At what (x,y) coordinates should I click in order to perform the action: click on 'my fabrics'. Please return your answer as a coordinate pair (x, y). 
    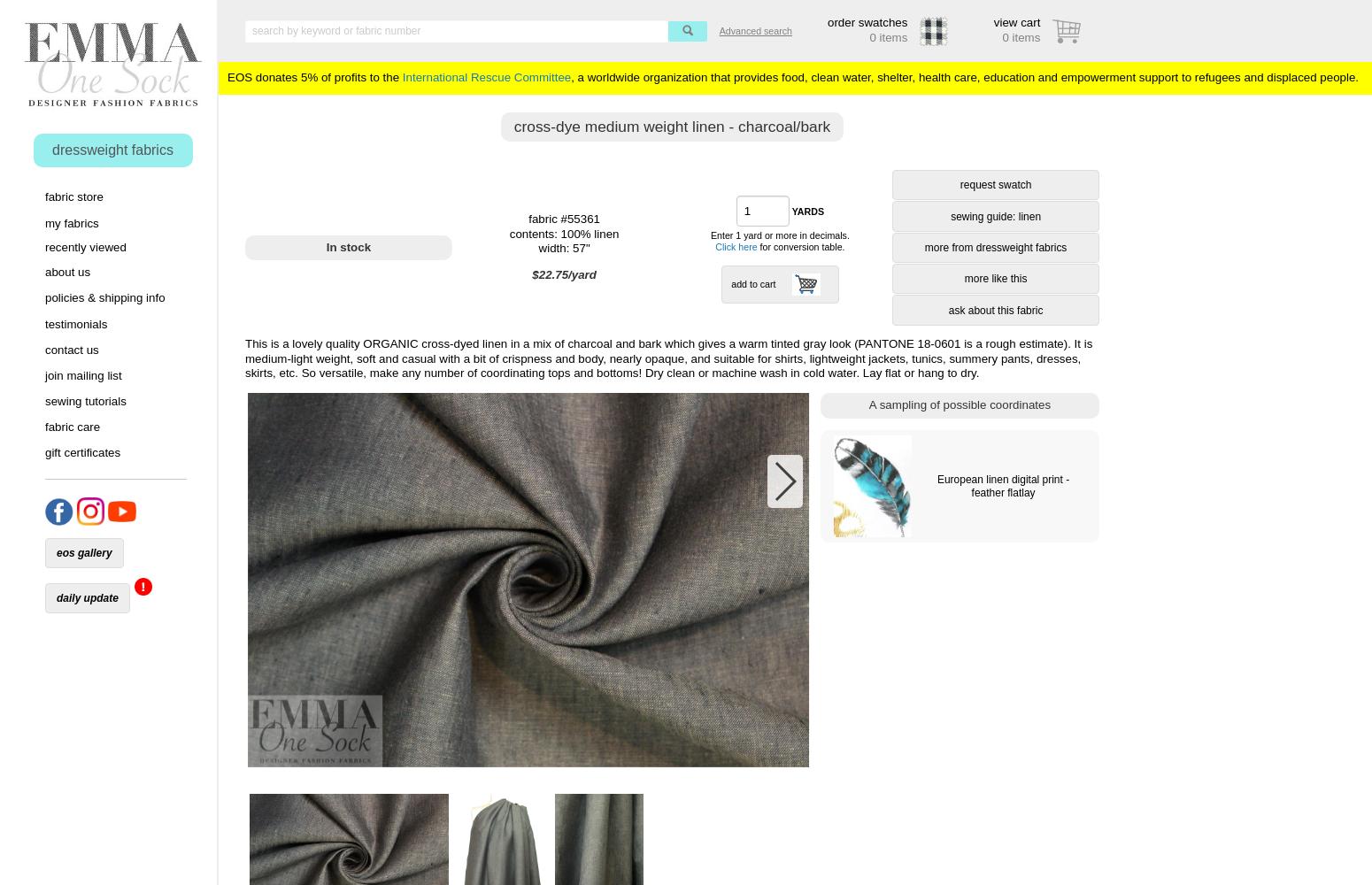
    Looking at the image, I should click on (72, 222).